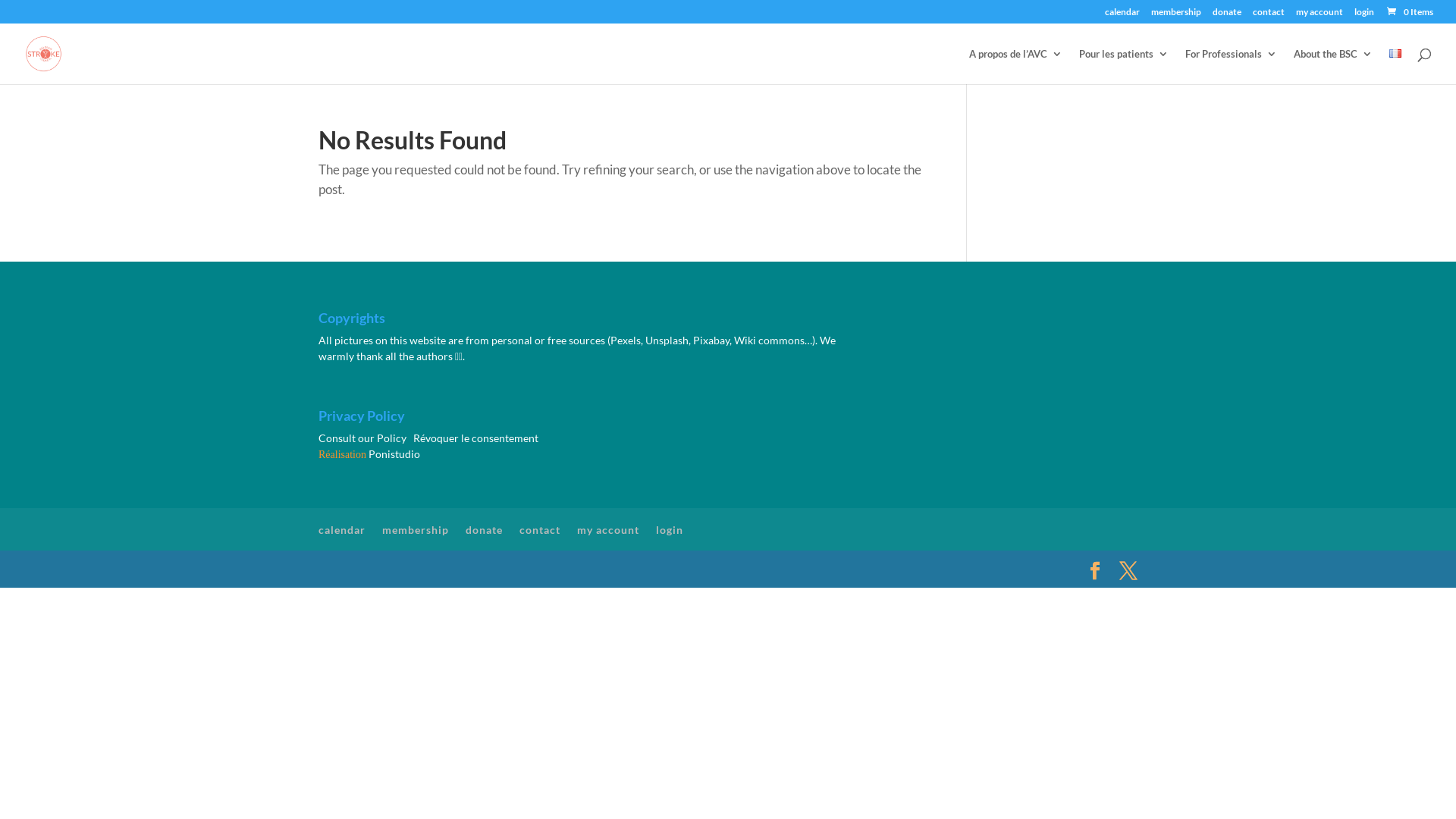 This screenshot has height=819, width=1456. Describe the element at coordinates (607, 529) in the screenshot. I see `'my account'` at that location.